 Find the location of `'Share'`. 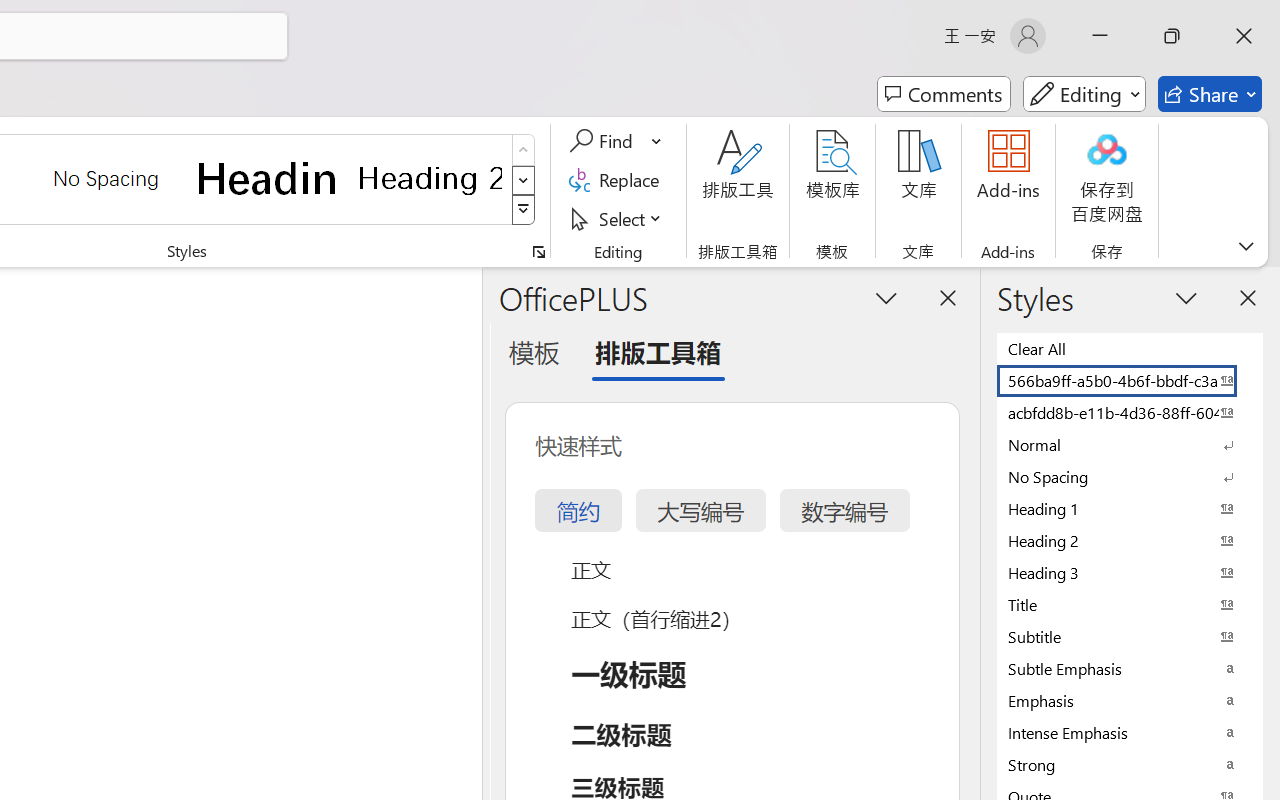

'Share' is located at coordinates (1209, 94).